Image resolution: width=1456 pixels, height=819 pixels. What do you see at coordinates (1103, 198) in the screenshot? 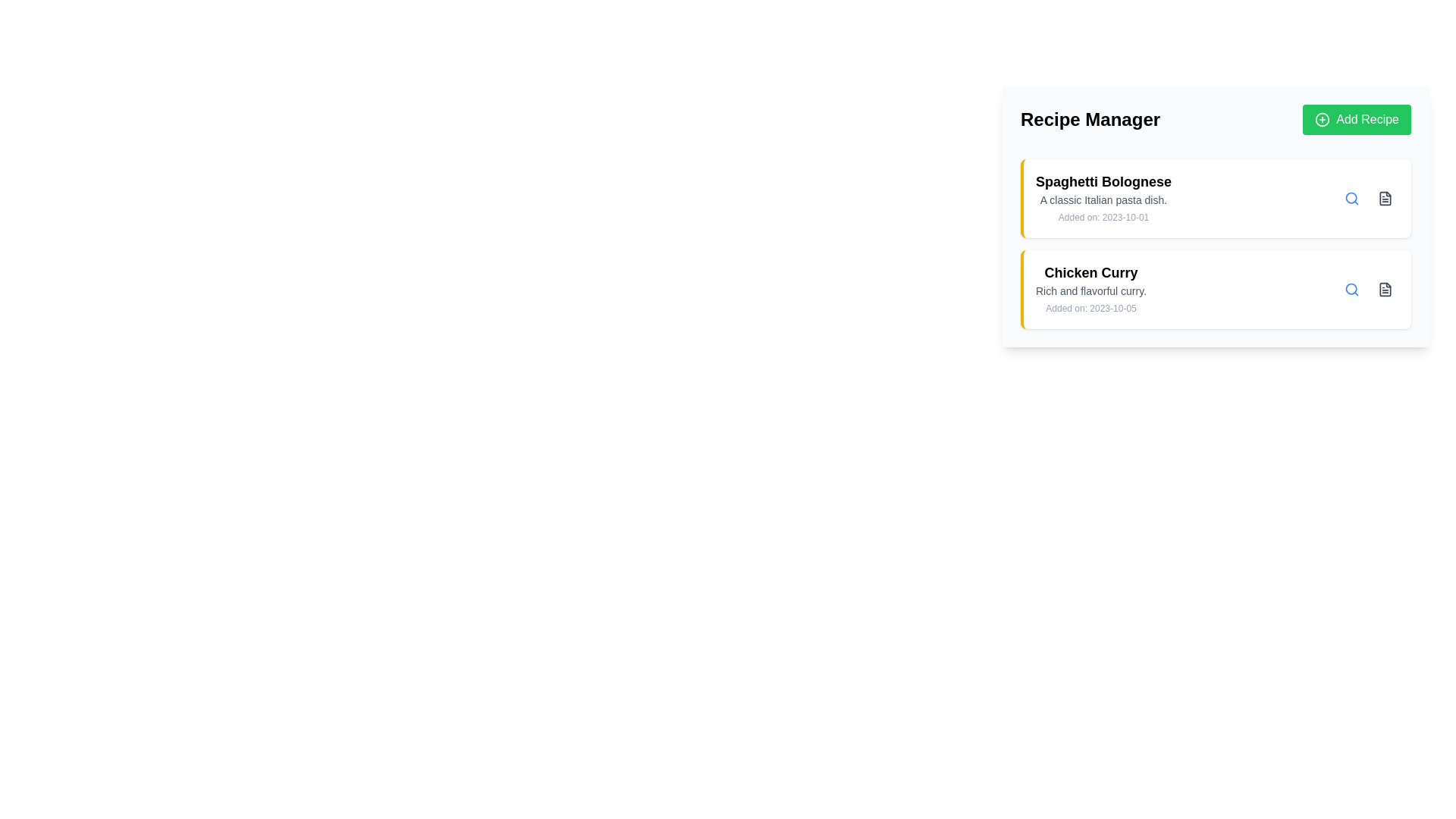
I see `information displayed in the text block that shows the recipe's name, description, and the date it was added, located at the upper part of the recipe list` at bounding box center [1103, 198].